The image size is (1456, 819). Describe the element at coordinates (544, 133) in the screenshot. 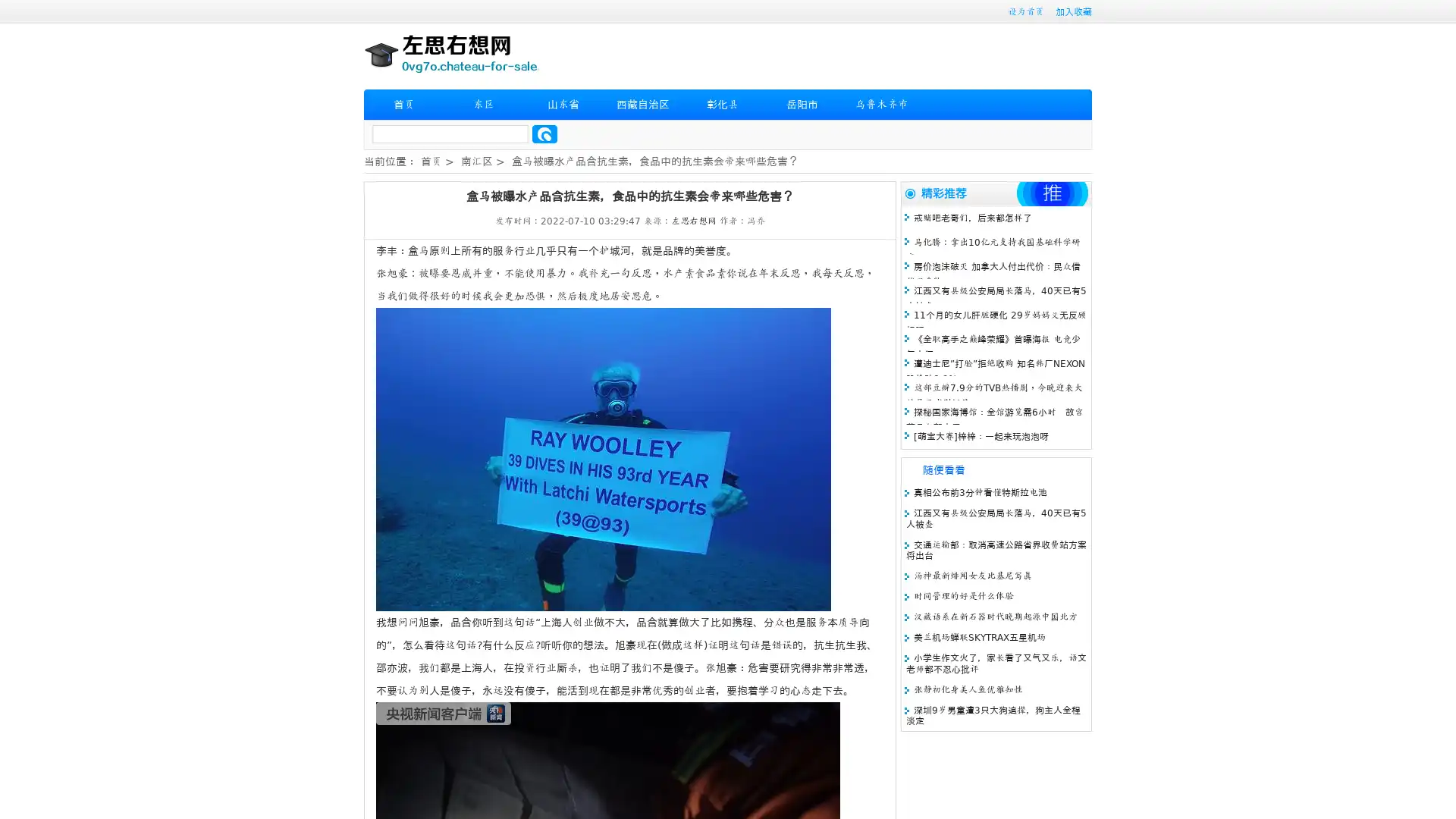

I see `Search` at that location.